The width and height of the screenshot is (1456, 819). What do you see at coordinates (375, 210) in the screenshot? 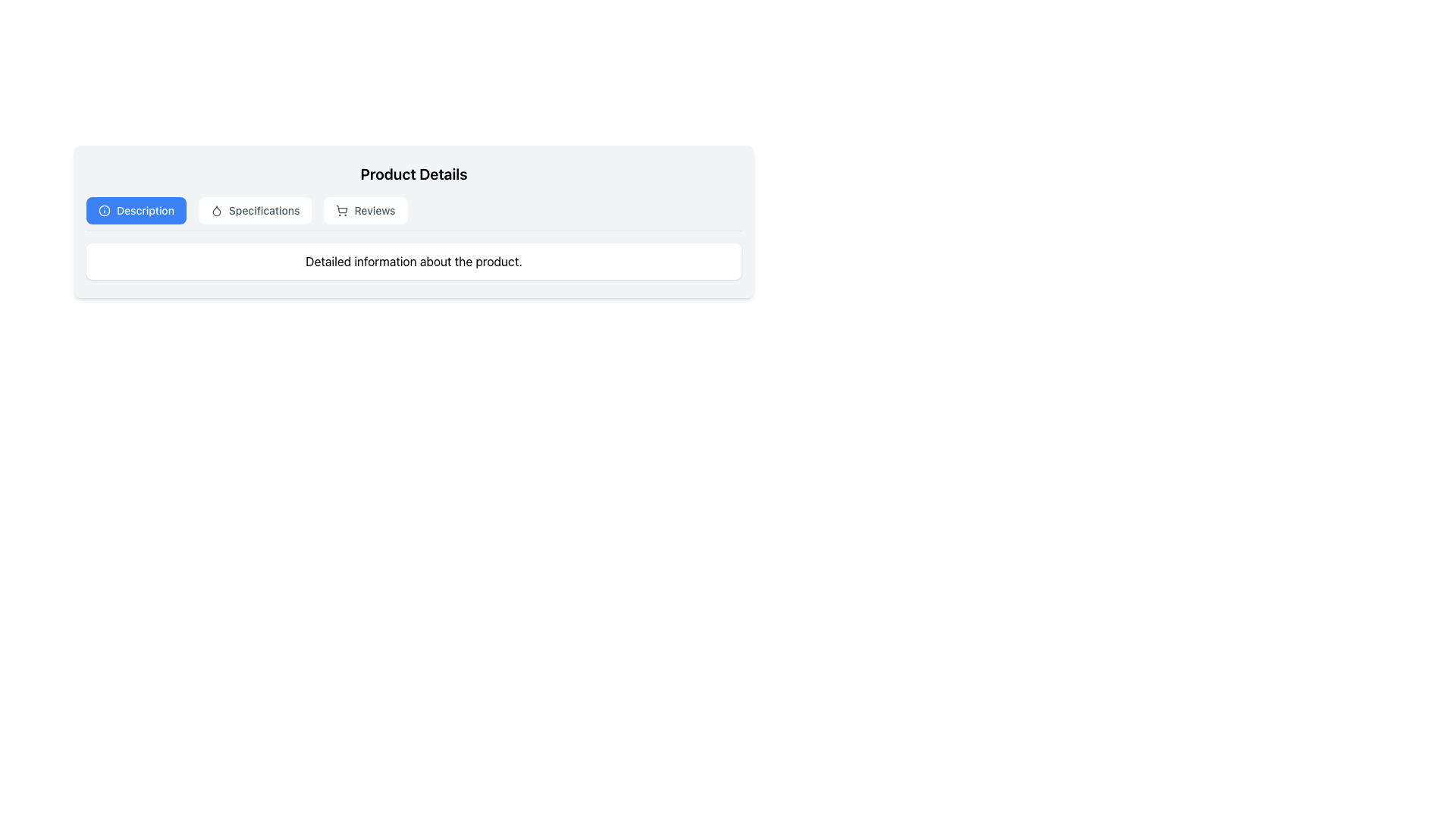
I see `text label displaying 'Reviews' which is located in the navigation area, immediately to the right of the shopping cart icon` at bounding box center [375, 210].